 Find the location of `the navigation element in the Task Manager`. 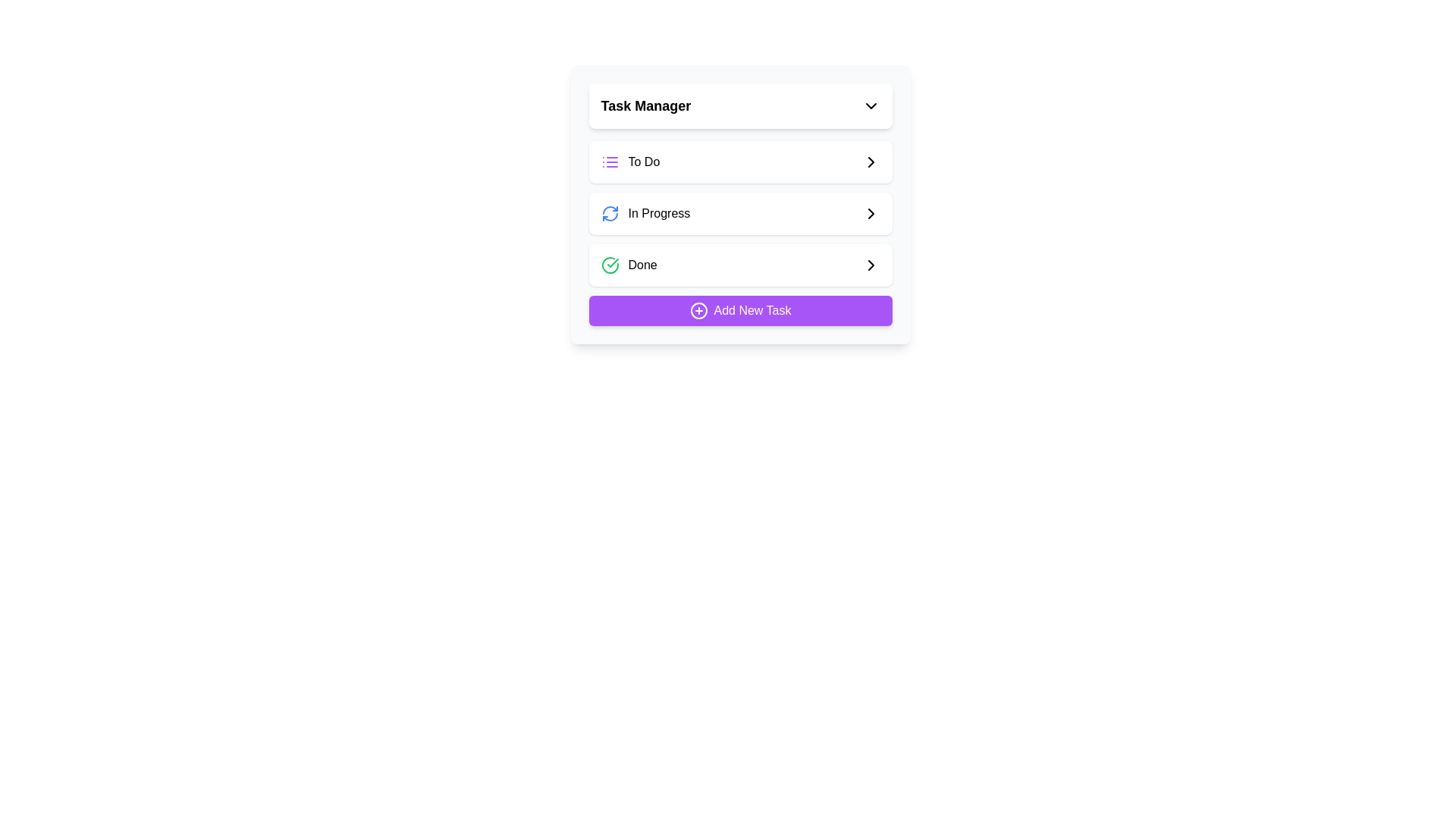

the navigation element in the Task Manager is located at coordinates (740, 234).